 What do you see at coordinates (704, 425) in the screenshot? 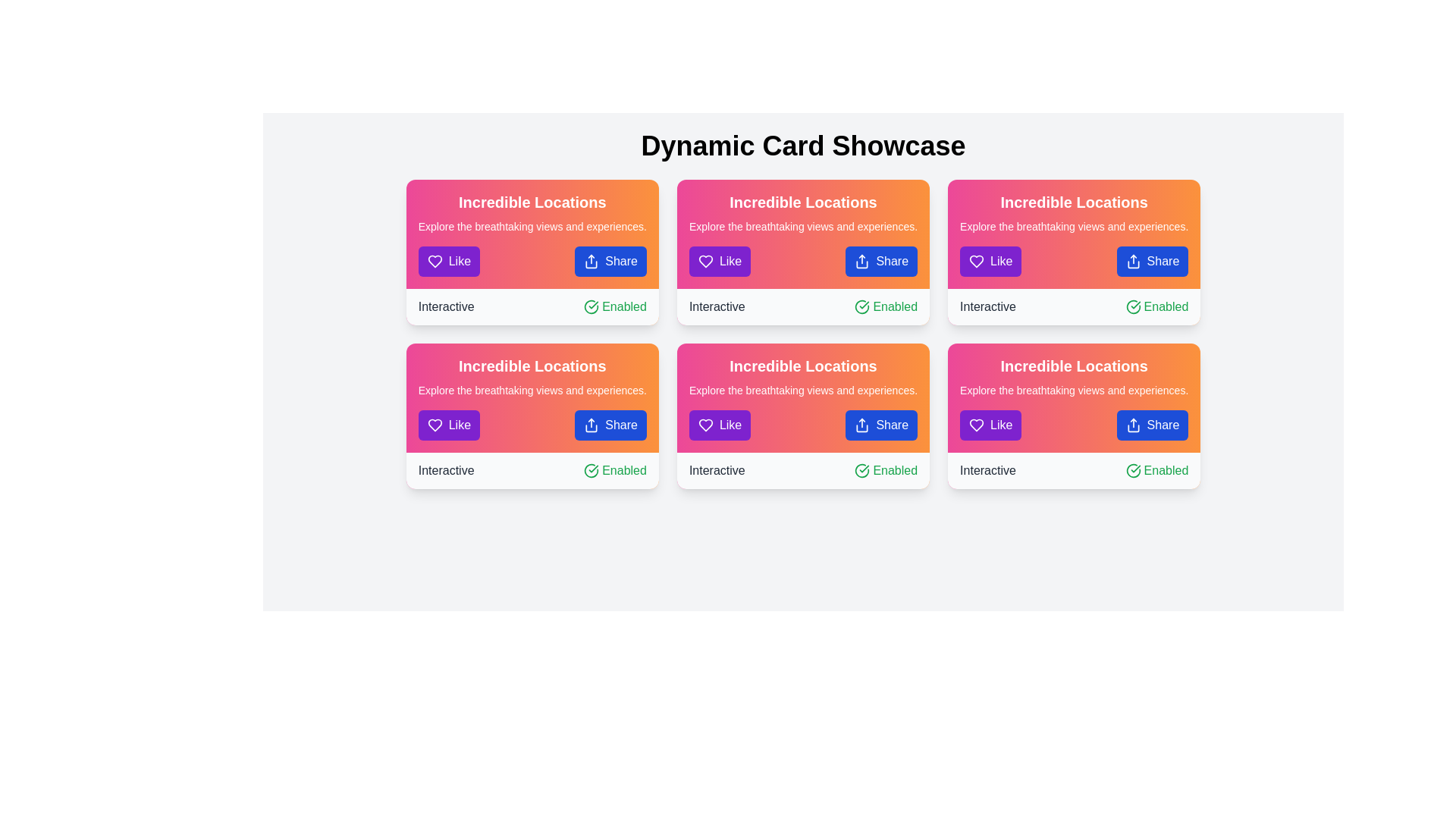
I see `the heart icon located inside the 'Like' button, which is part of the second card in the first row of the grid layout` at bounding box center [704, 425].